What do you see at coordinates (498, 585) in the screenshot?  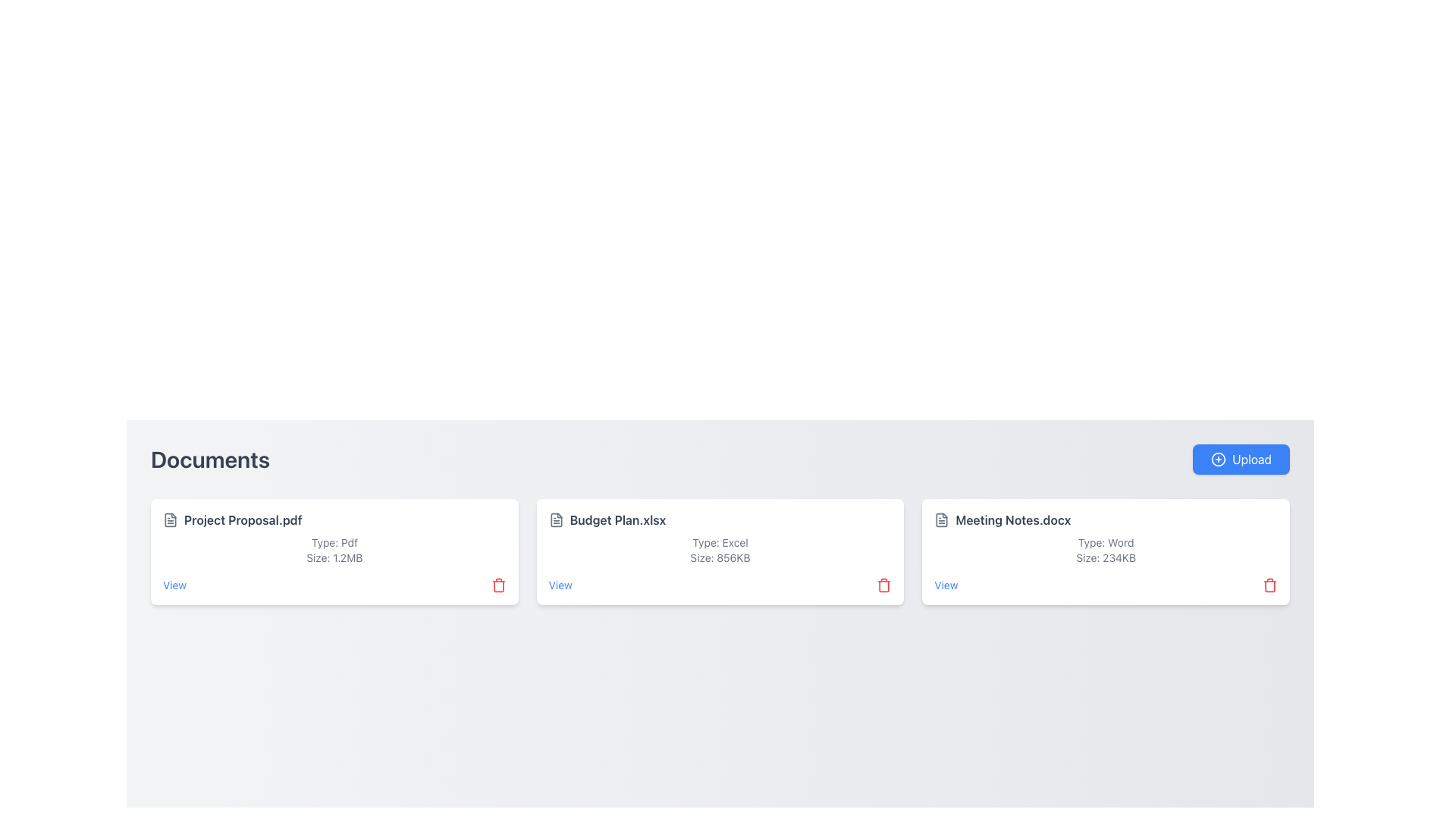 I see `the main body of the trash can icon, which is a rectangular shape with rounded corners, located at the bottom right corner of the 'Project Proposal.pdf' document card` at bounding box center [498, 585].